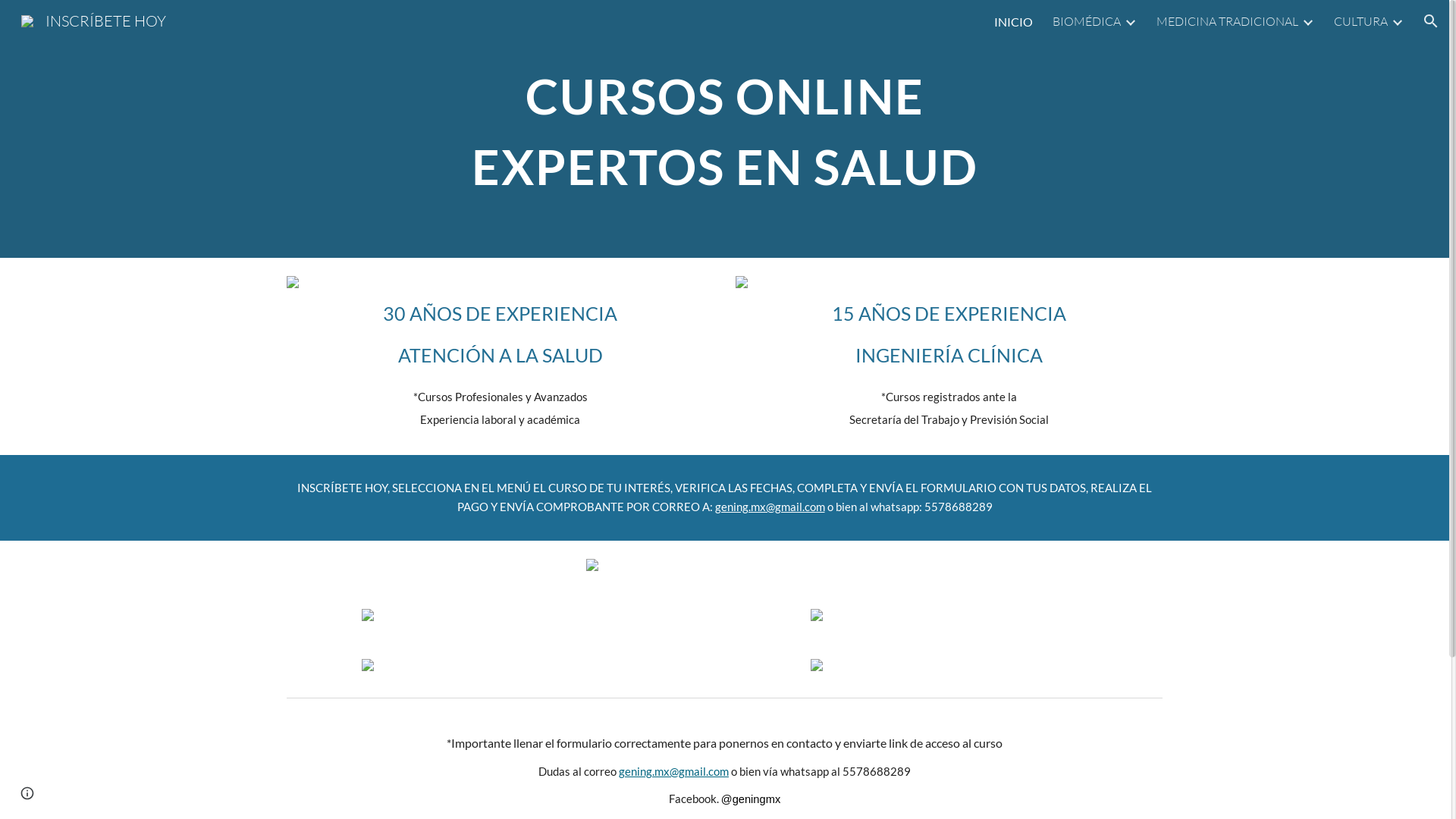  I want to click on 'gening.mx@gmail.com', so click(769, 507).